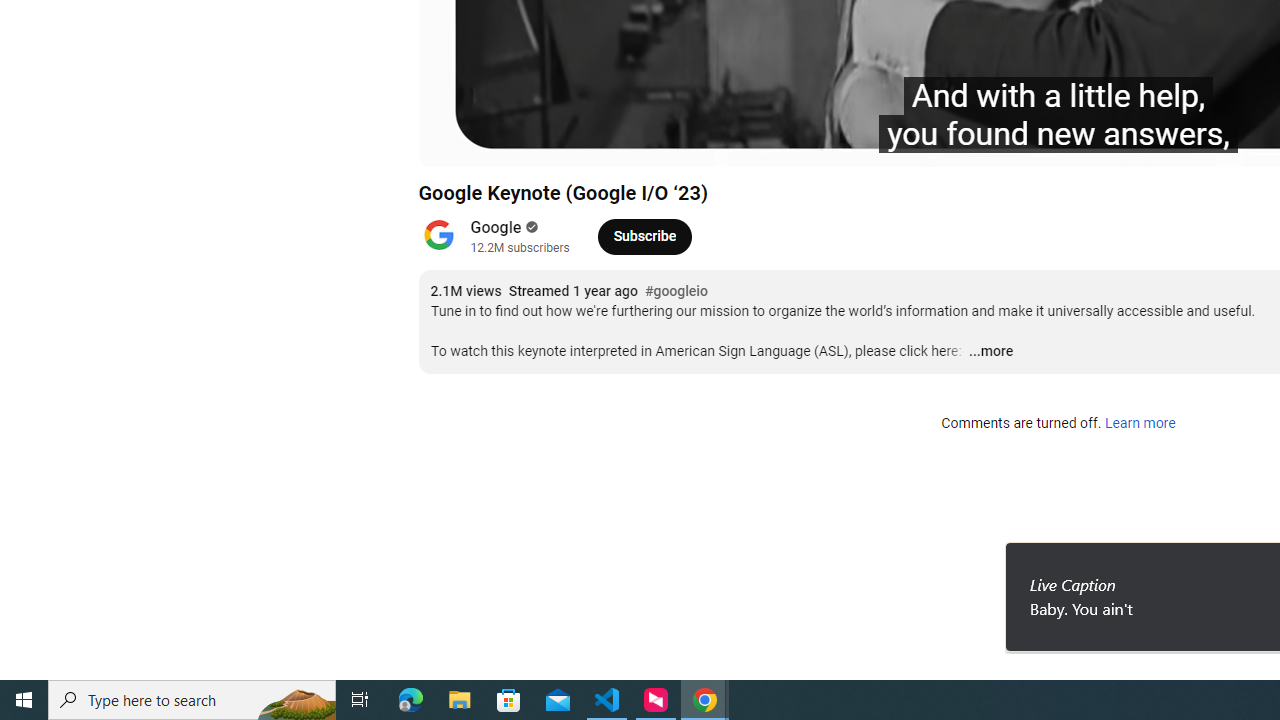  What do you see at coordinates (500, 141) in the screenshot?
I see `'Next (SHIFT+n)'` at bounding box center [500, 141].